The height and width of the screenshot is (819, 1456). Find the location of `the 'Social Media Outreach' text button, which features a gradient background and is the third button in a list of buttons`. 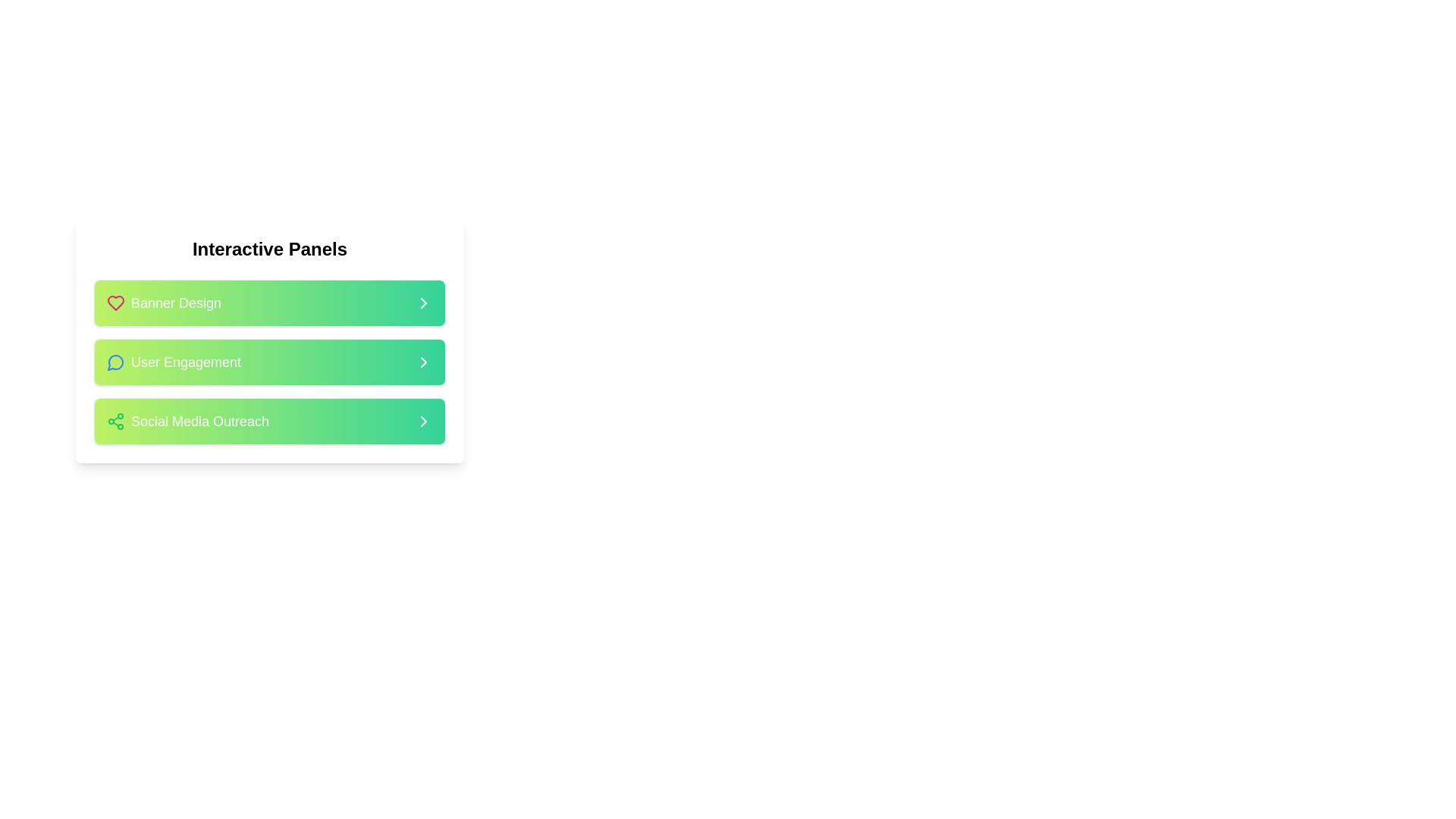

the 'Social Media Outreach' text button, which features a gradient background and is the third button in a list of buttons is located at coordinates (187, 421).